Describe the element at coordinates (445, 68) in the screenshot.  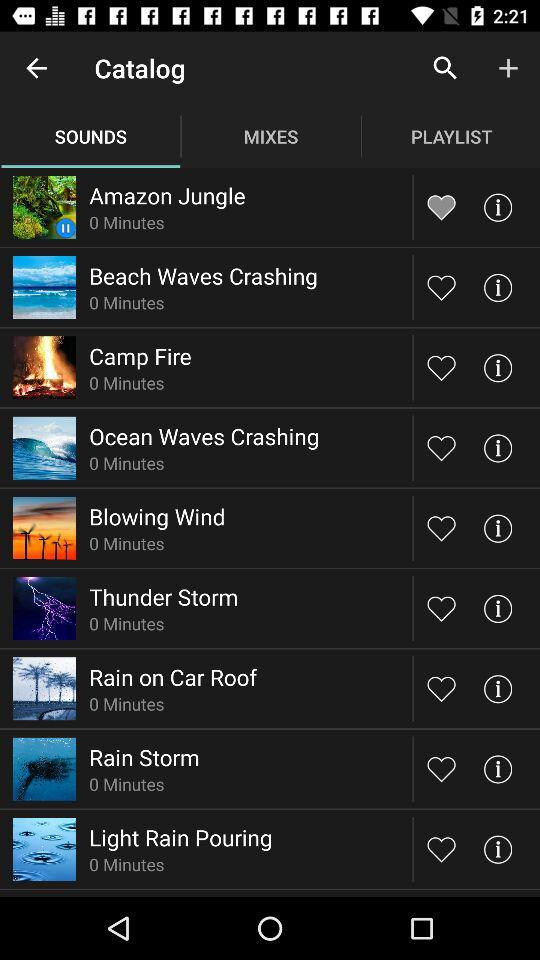
I see `the icon above playlist` at that location.